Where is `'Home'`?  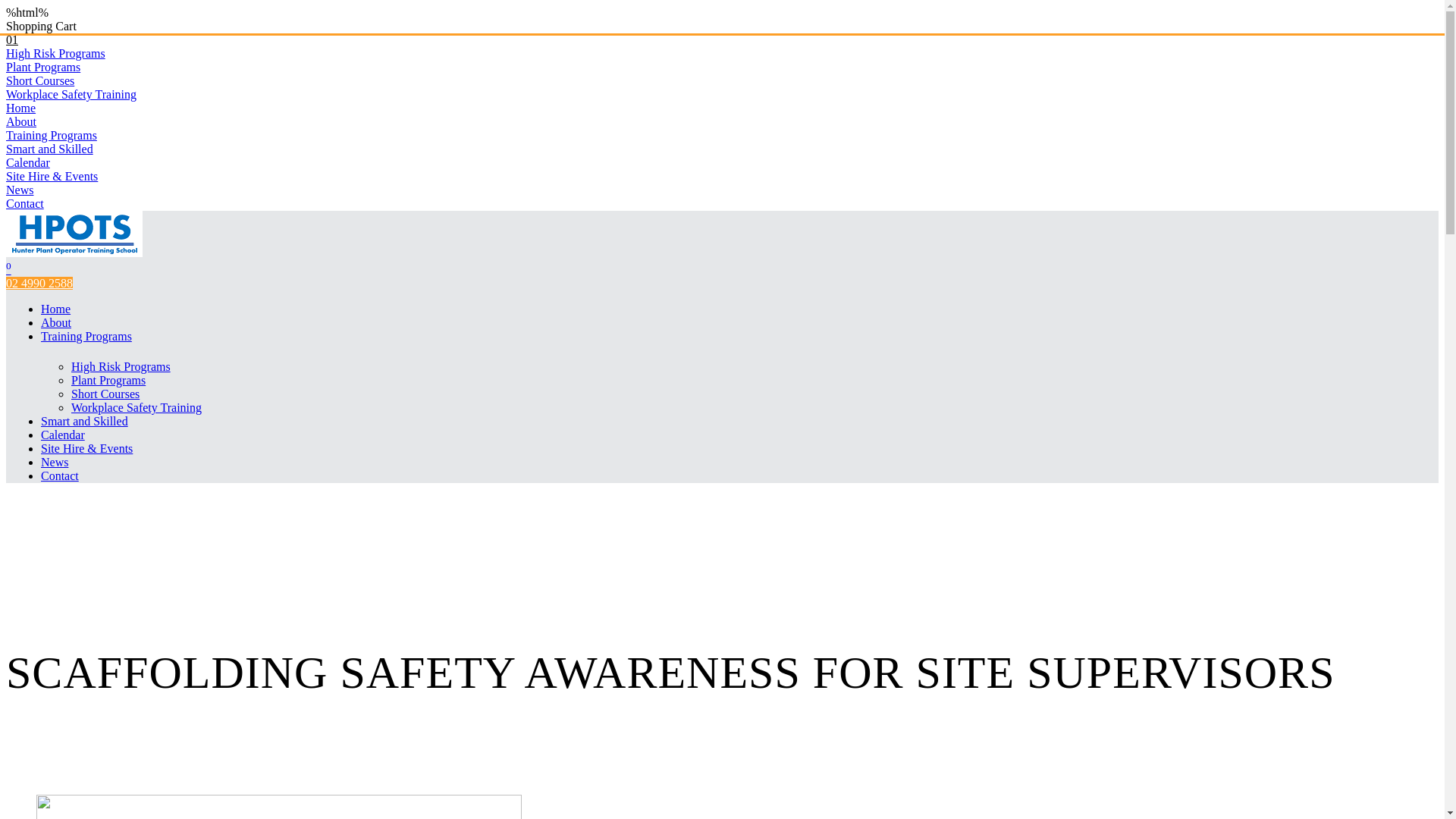 'Home' is located at coordinates (20, 107).